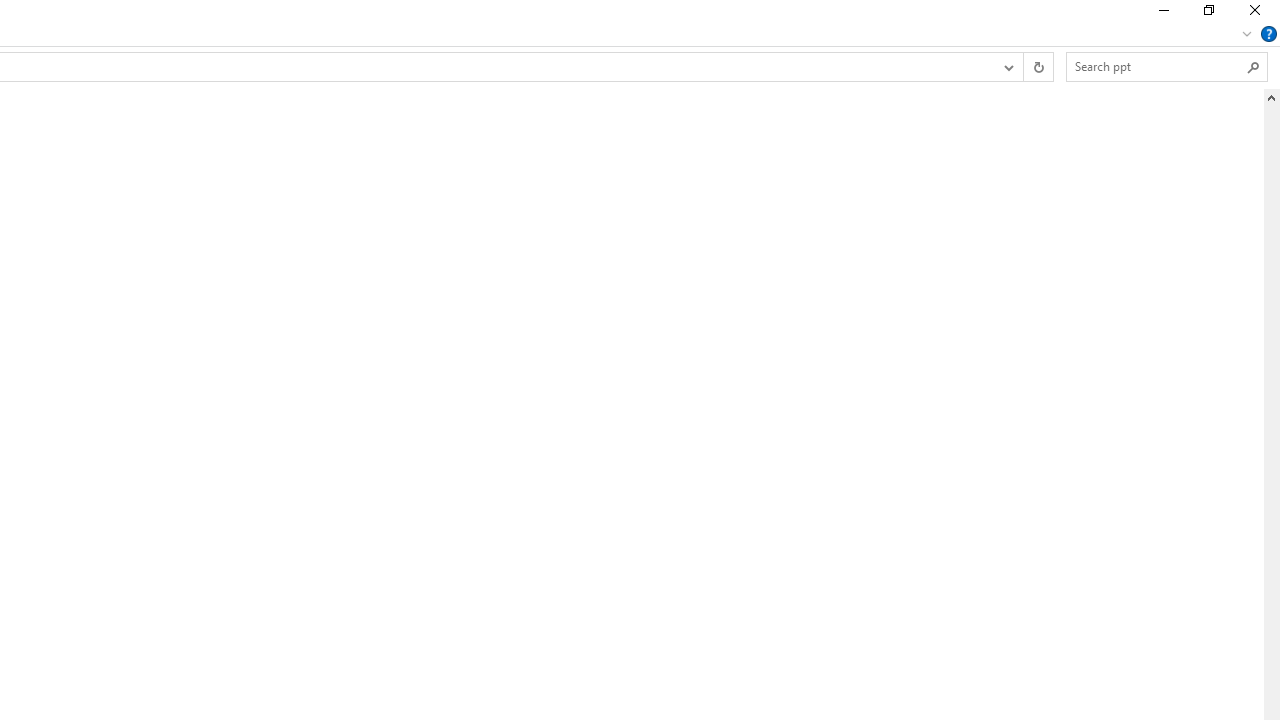 This screenshot has width=1280, height=720. Describe the element at coordinates (1008, 65) in the screenshot. I see `'Previous Locations'` at that location.